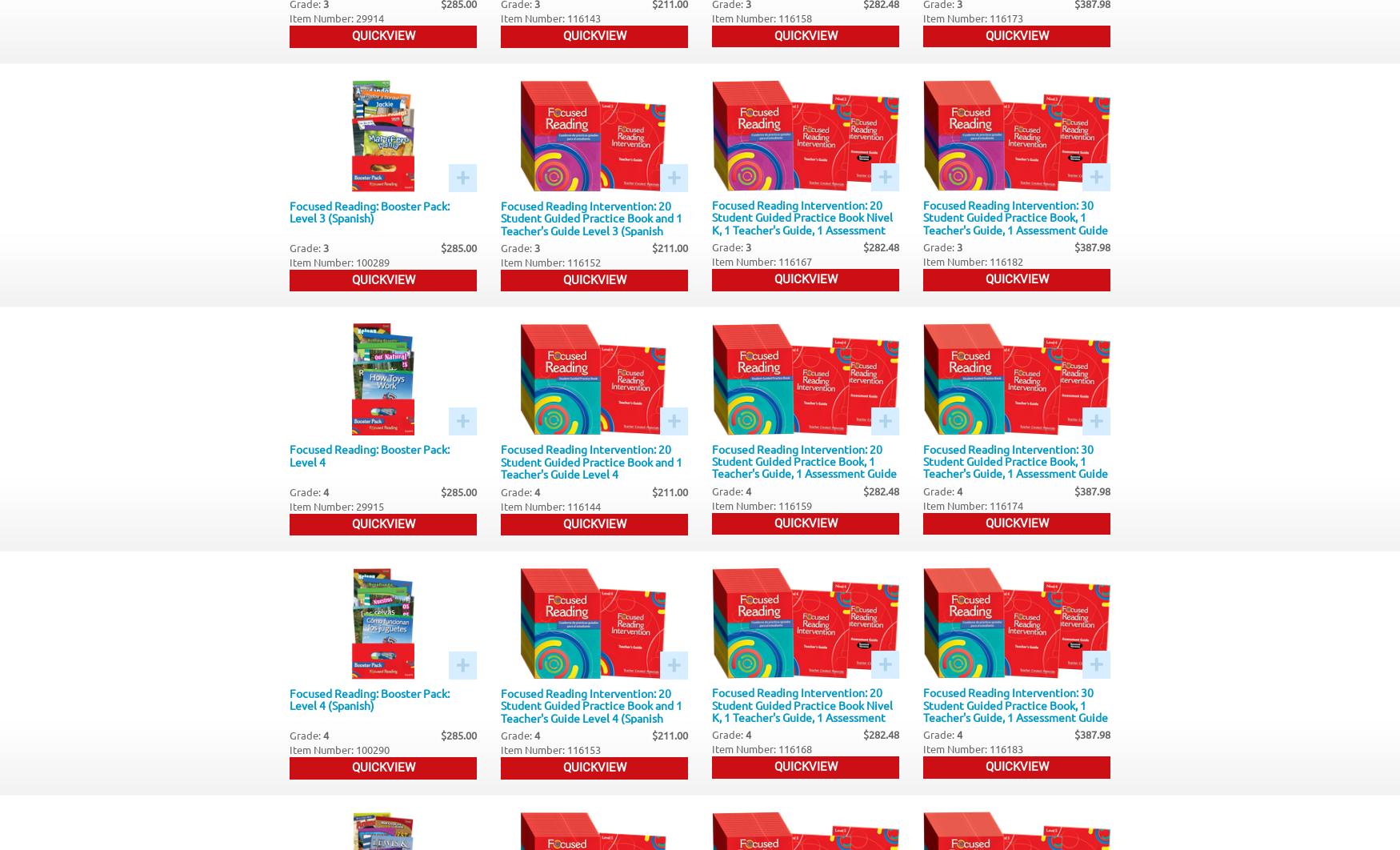 This screenshot has width=1400, height=850. I want to click on 'Item Number: 29914', so click(336, 18).